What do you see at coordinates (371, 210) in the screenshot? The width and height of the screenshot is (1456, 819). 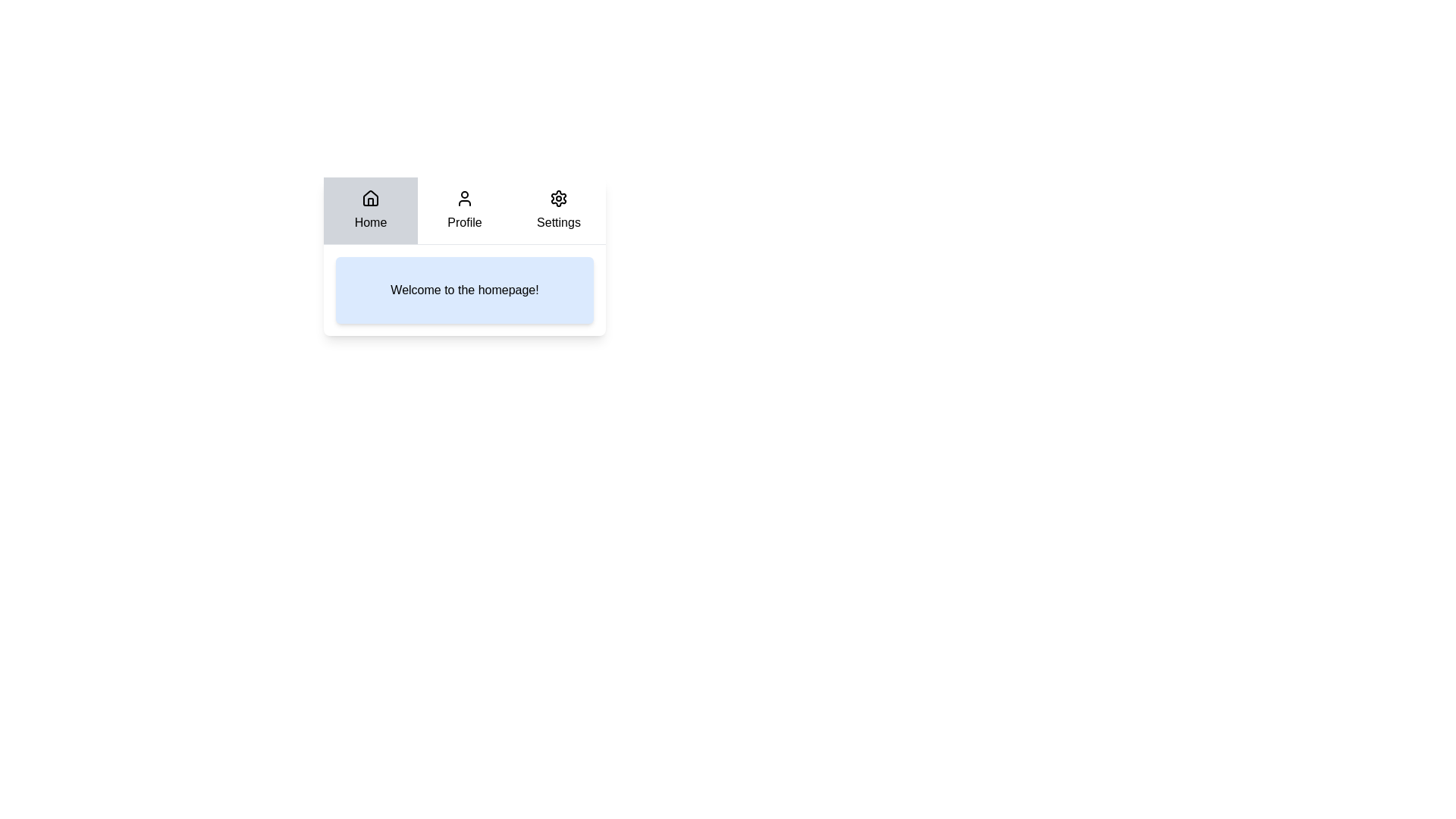 I see `the Home tab by clicking on it` at bounding box center [371, 210].